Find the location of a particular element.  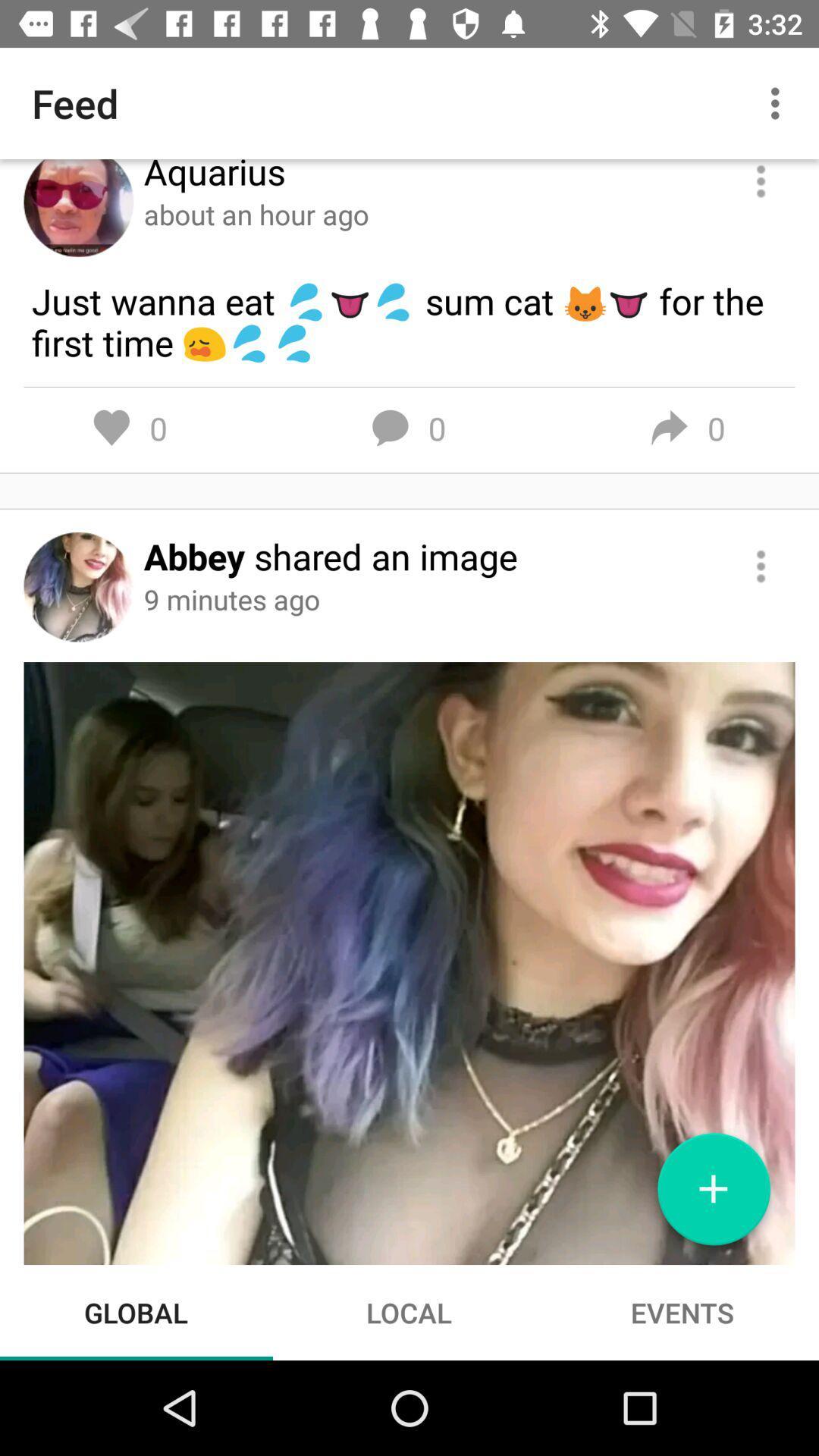

user profile is located at coordinates (78, 207).